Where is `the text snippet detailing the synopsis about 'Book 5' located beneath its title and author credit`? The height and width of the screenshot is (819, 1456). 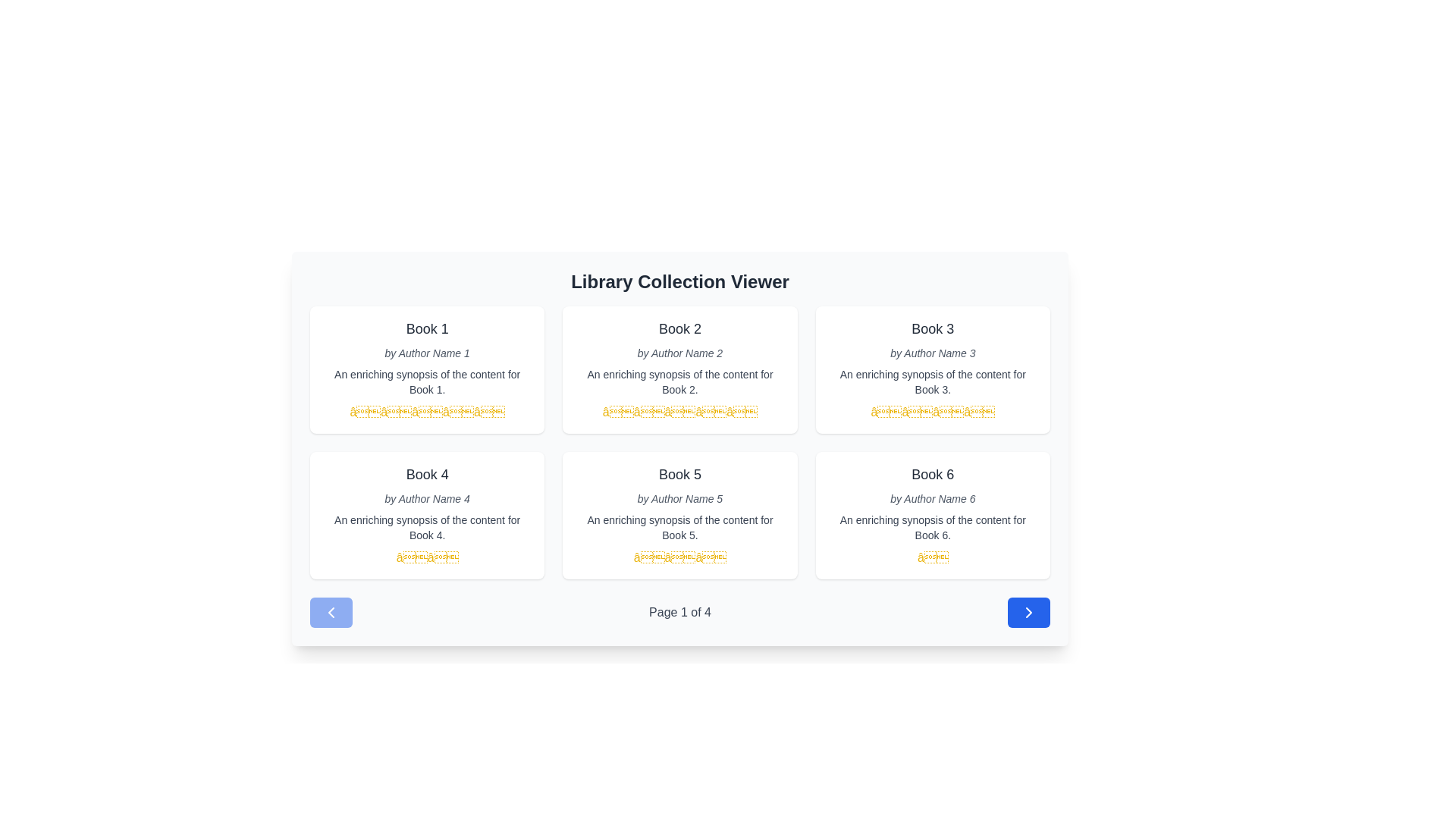
the text snippet detailing the synopsis about 'Book 5' located beneath its title and author credit is located at coordinates (679, 526).